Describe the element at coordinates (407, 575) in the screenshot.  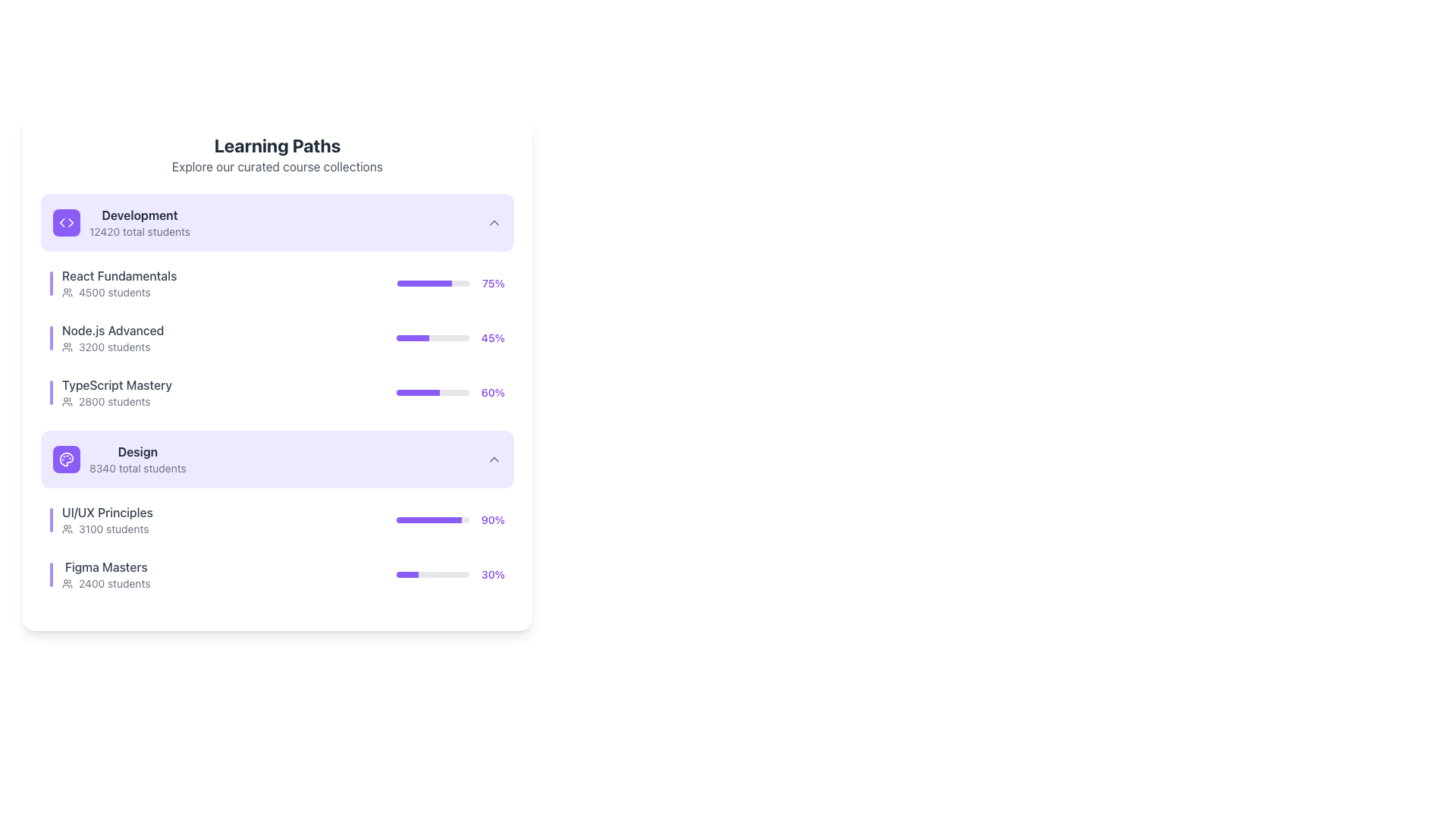
I see `the progress percentage visually indicated by the progress bar segment for the 'Figma Masters' course, located under the course label in the 'Design' section` at that location.